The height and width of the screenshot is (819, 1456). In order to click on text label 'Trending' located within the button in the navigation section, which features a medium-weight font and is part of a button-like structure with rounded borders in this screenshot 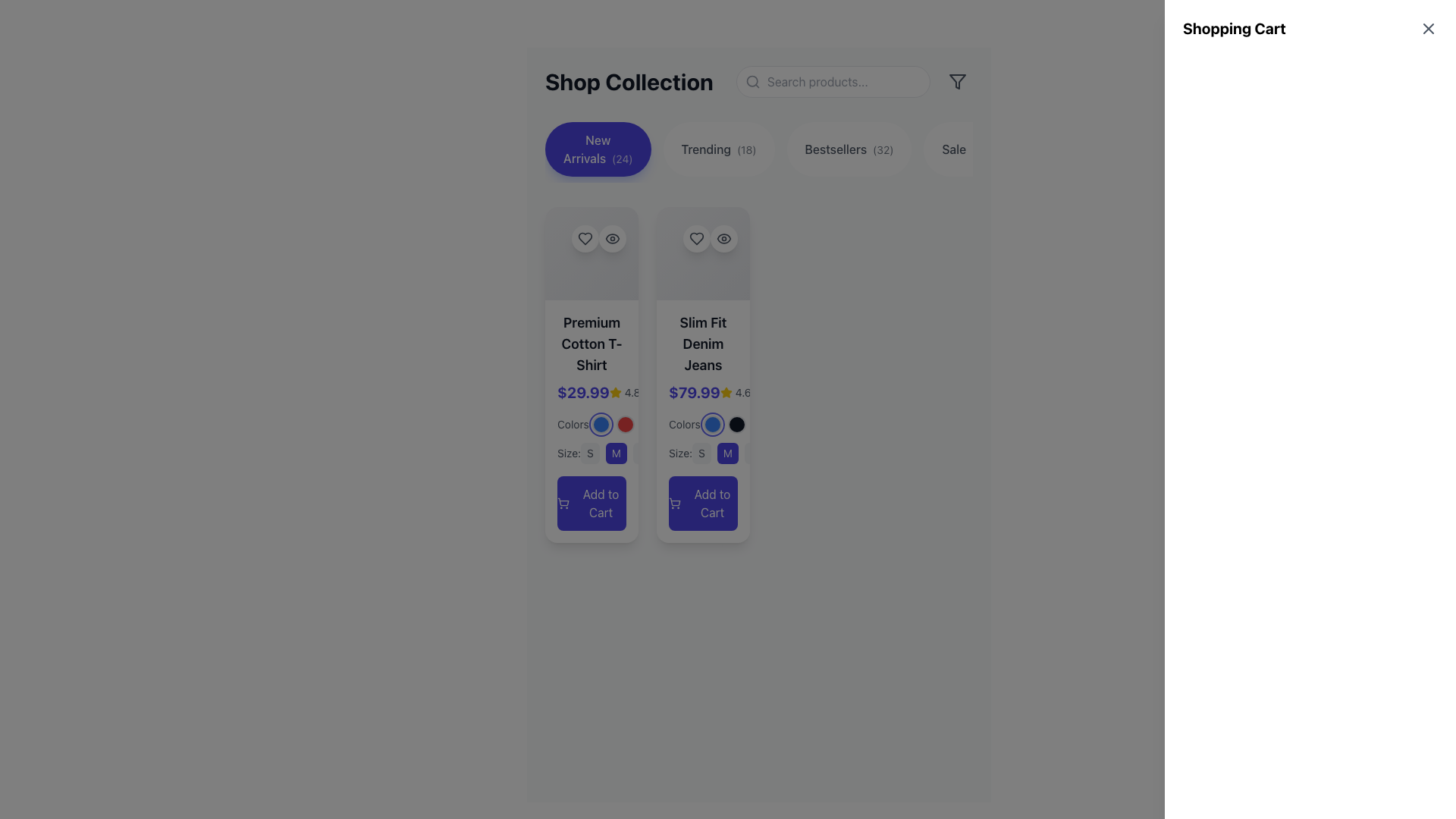, I will do `click(705, 149)`.